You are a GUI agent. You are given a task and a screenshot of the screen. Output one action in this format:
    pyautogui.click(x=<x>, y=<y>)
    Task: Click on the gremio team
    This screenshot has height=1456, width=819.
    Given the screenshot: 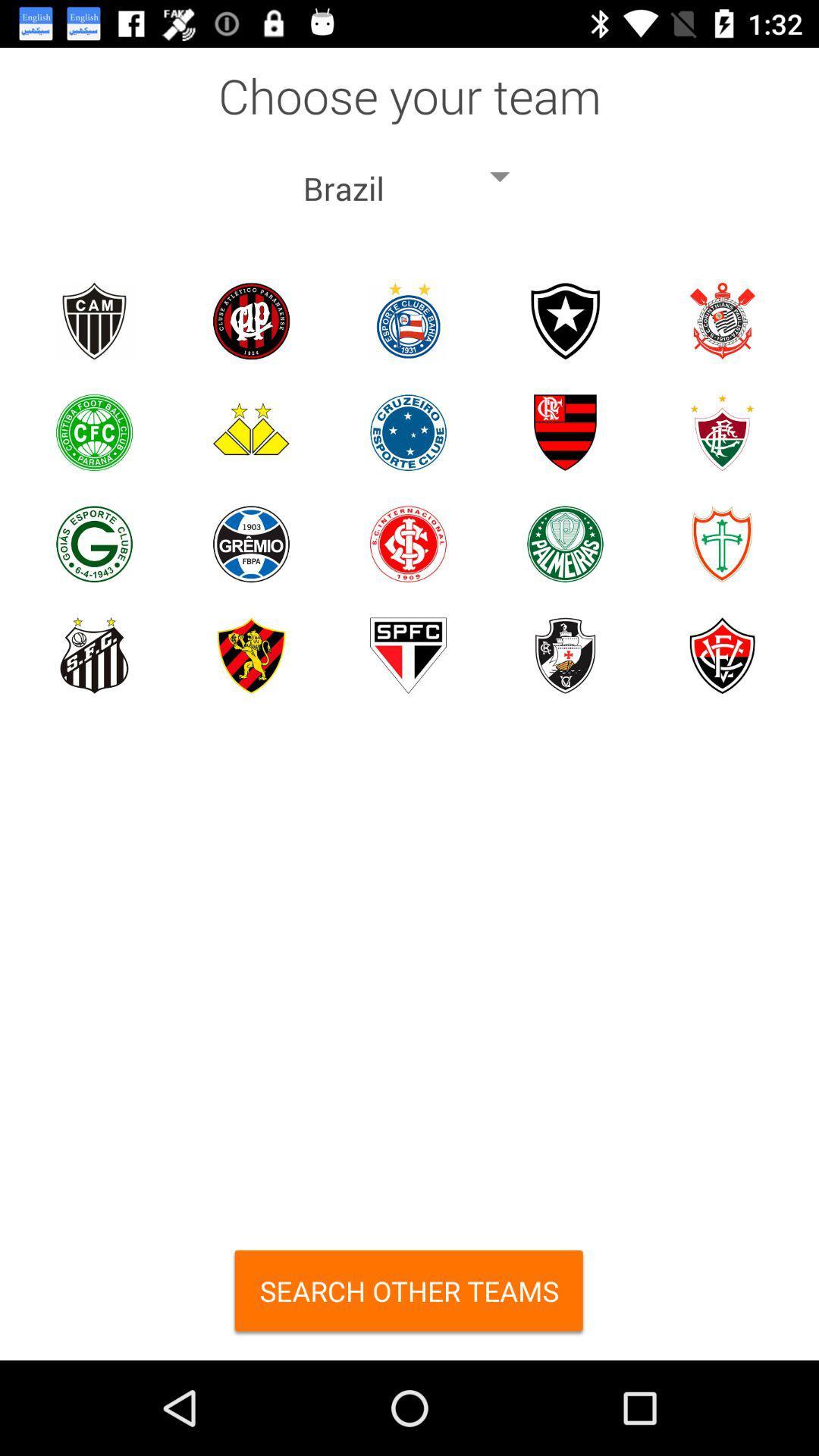 What is the action you would take?
    pyautogui.click(x=250, y=544)
    